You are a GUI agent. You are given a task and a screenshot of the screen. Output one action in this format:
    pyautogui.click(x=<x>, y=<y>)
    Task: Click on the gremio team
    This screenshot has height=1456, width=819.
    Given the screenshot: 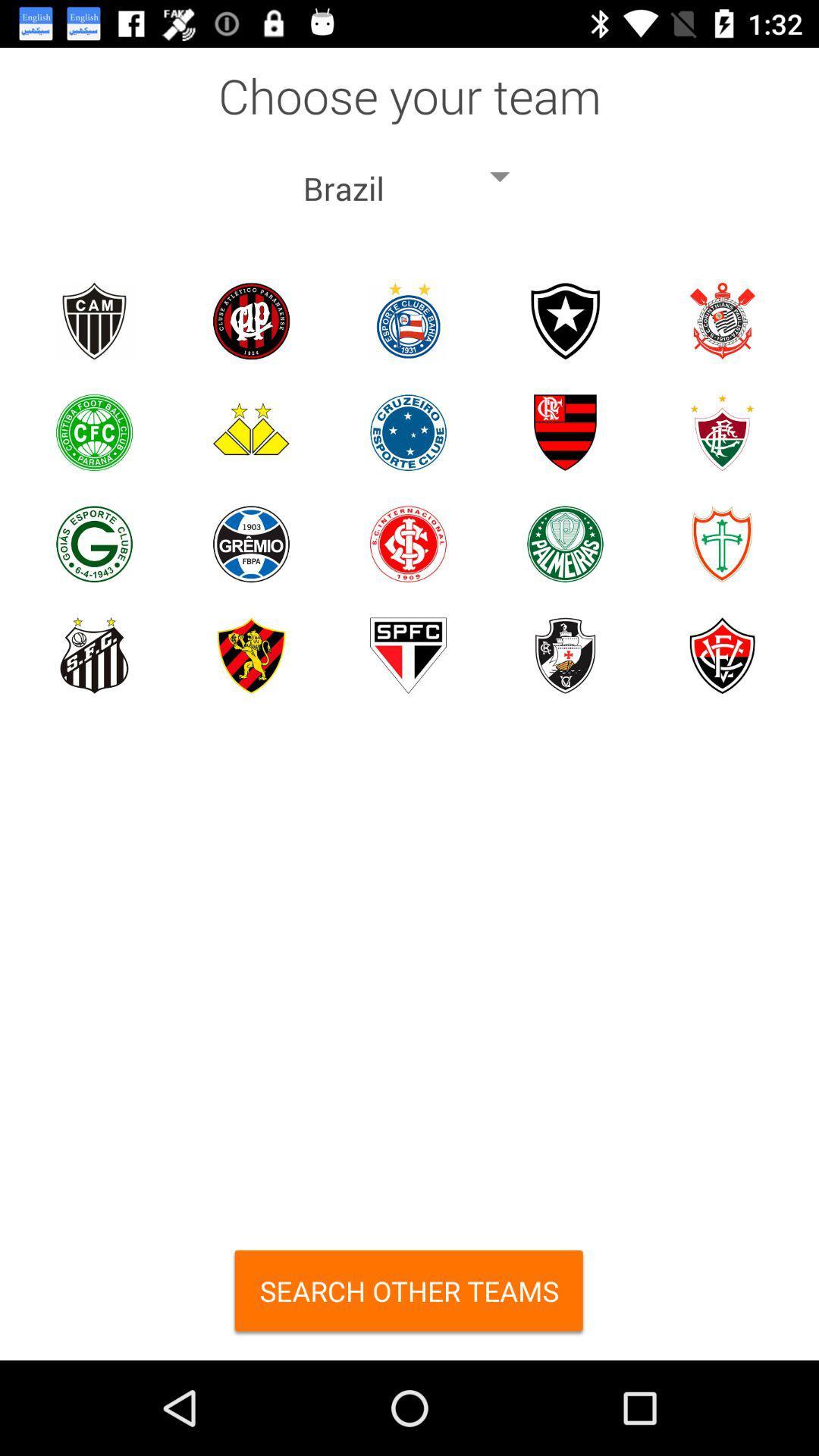 What is the action you would take?
    pyautogui.click(x=250, y=544)
    